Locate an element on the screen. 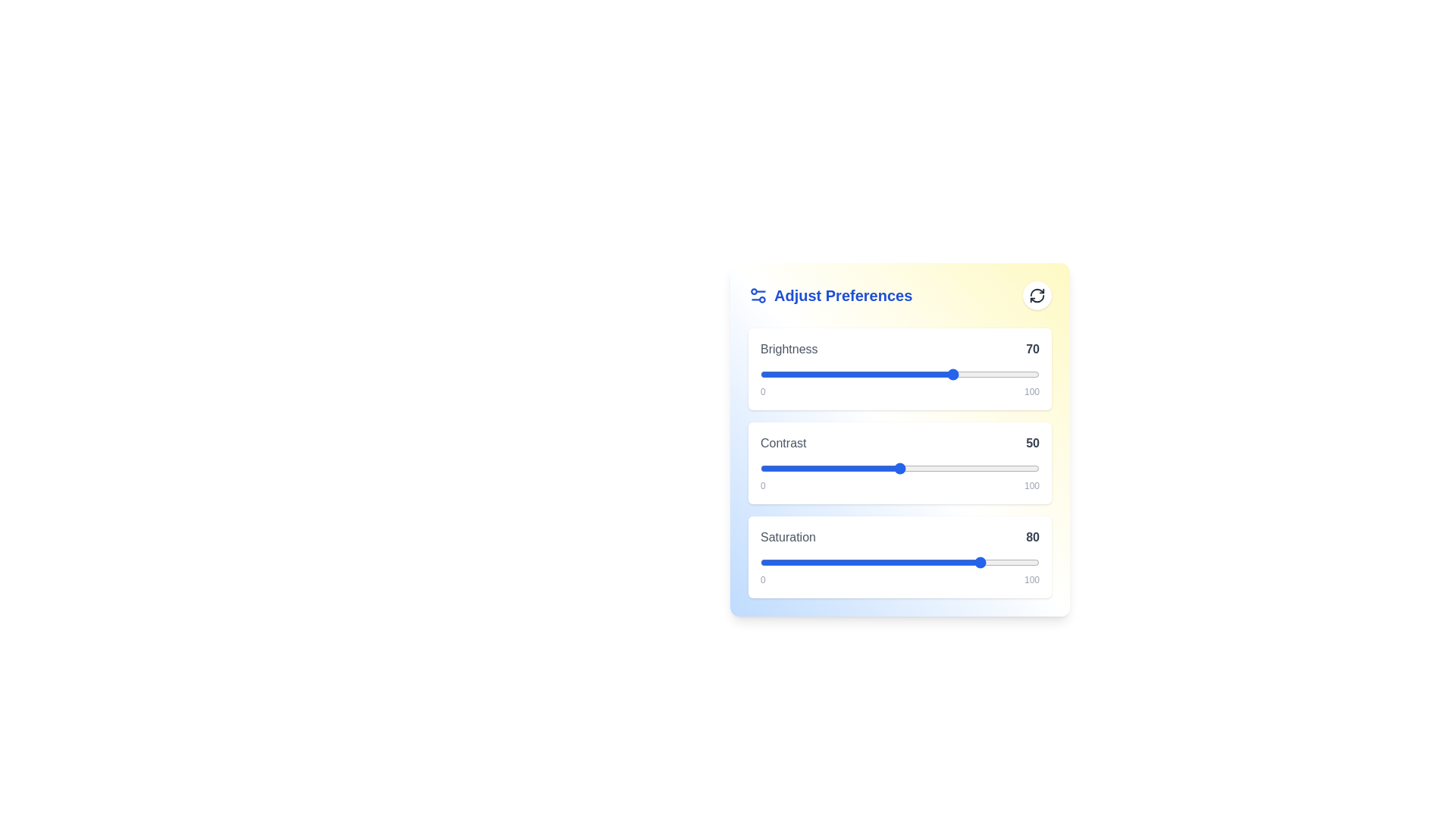 This screenshot has height=819, width=1456. displayed title from the Header element, which serves as a title and navigation header for managing settings, located at the top of the card-like component is located at coordinates (899, 295).